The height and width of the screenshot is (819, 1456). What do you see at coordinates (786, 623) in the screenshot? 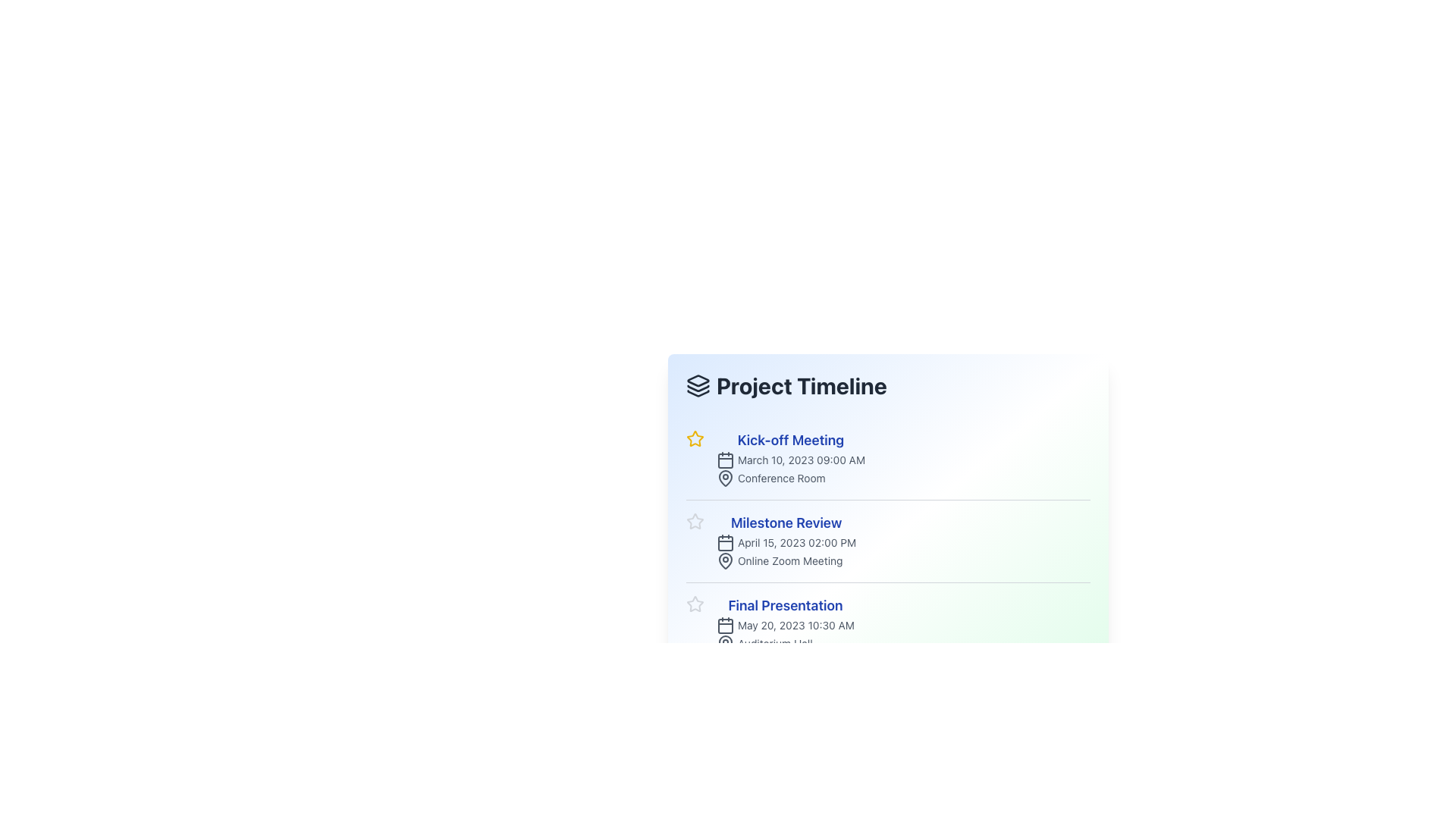
I see `the 'Final Presentation' event entry in the 'Project Timeline' section to interact with it` at bounding box center [786, 623].